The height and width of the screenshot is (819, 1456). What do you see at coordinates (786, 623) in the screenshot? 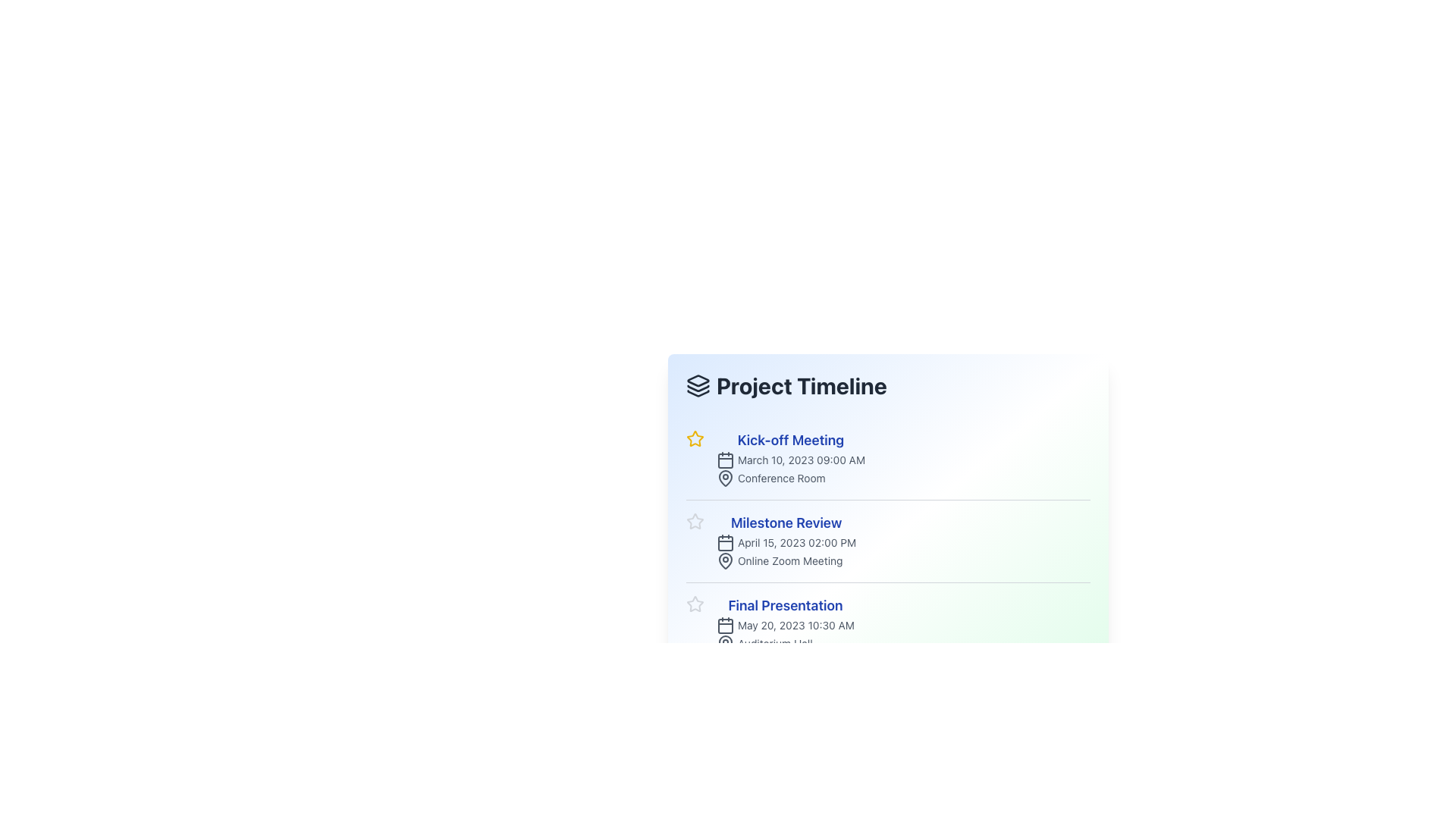
I see `the 'Final Presentation' event entry in the 'Project Timeline' section to interact with it` at bounding box center [786, 623].